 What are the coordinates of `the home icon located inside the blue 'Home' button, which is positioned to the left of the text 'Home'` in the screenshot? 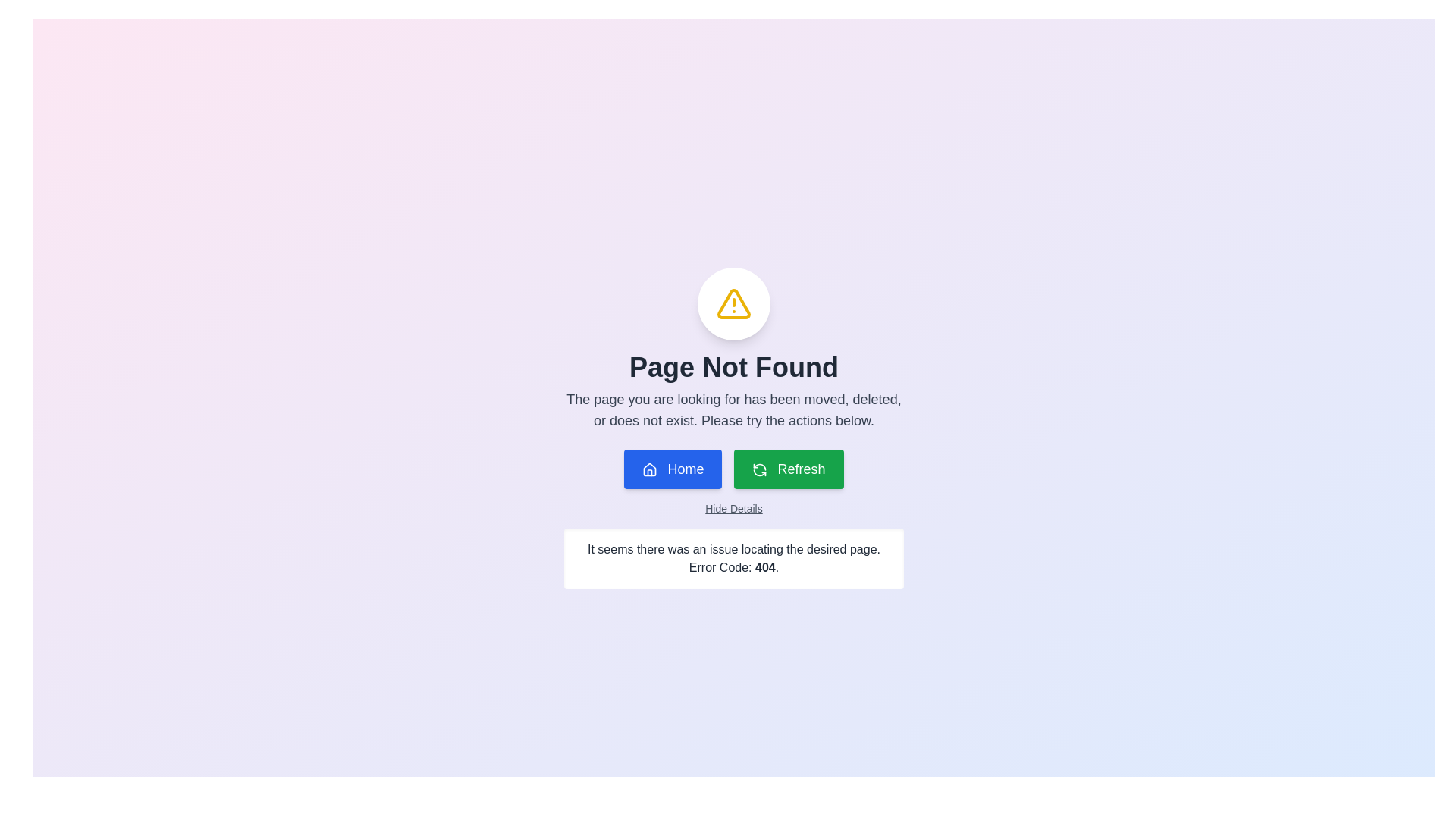 It's located at (650, 469).